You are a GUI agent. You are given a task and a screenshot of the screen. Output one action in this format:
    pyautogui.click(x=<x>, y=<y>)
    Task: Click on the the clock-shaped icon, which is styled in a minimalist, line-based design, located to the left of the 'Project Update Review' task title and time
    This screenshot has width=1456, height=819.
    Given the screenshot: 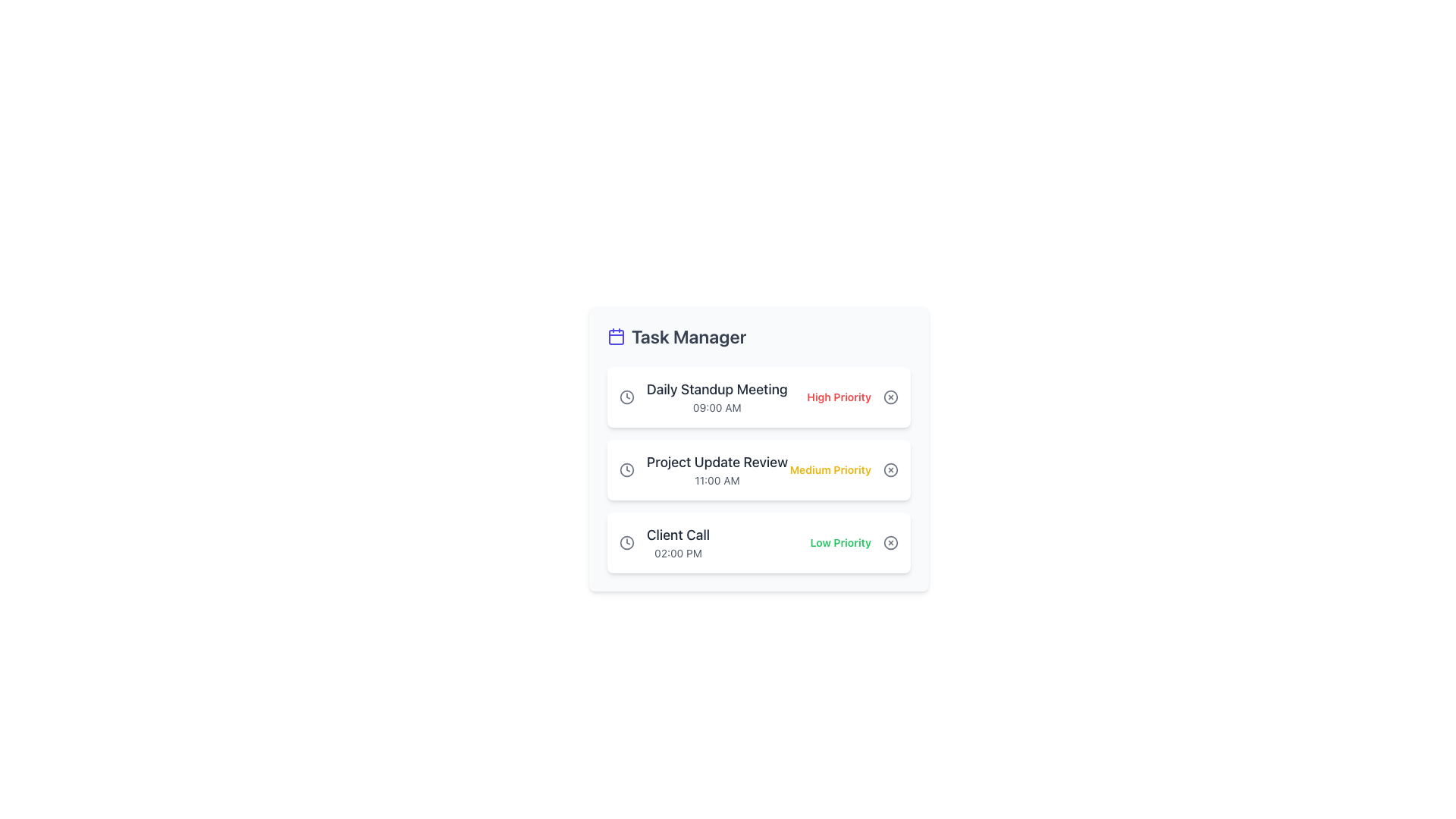 What is the action you would take?
    pyautogui.click(x=626, y=469)
    